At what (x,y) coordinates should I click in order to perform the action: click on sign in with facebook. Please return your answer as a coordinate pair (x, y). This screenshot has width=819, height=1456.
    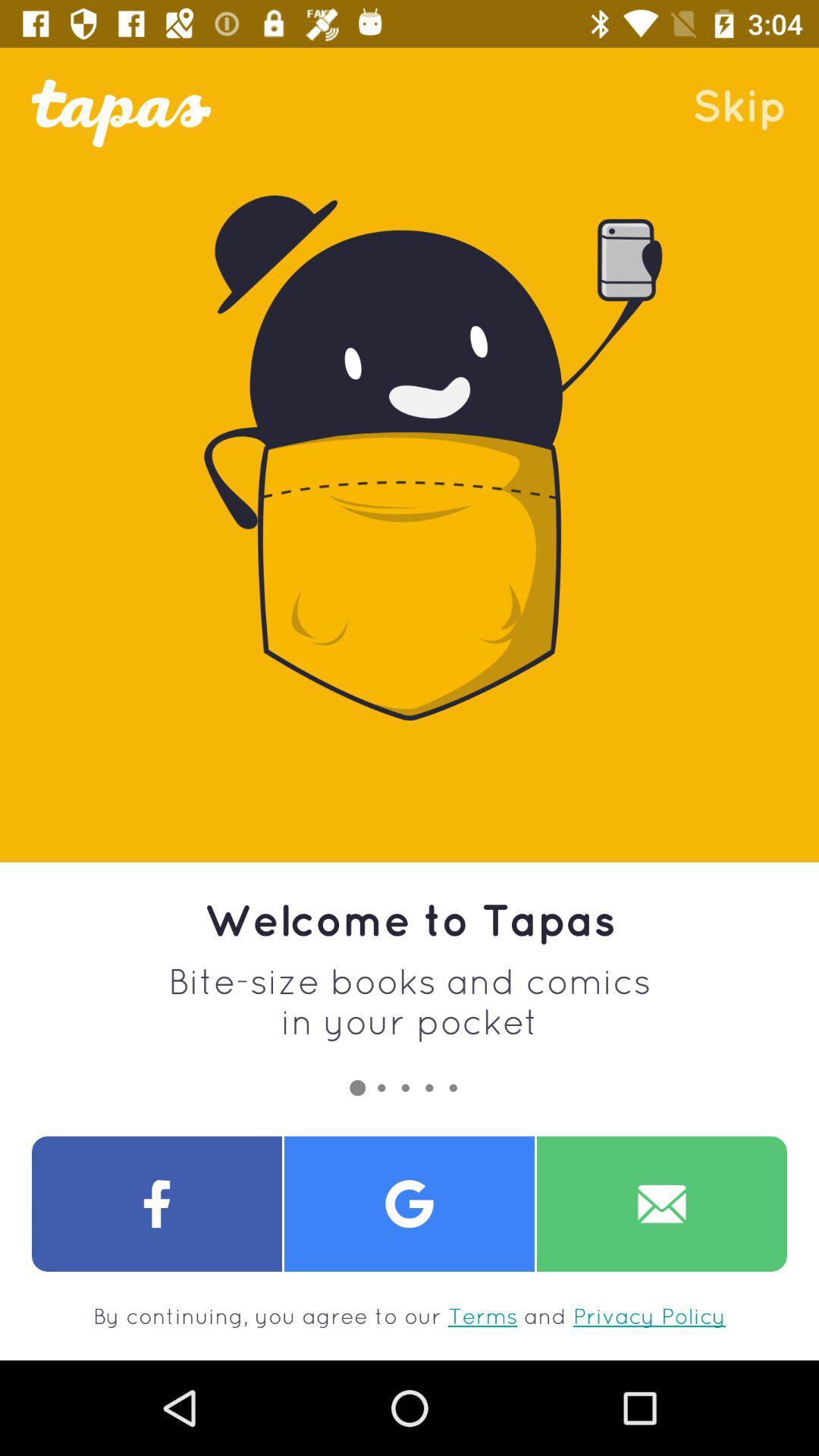
    Looking at the image, I should click on (157, 1203).